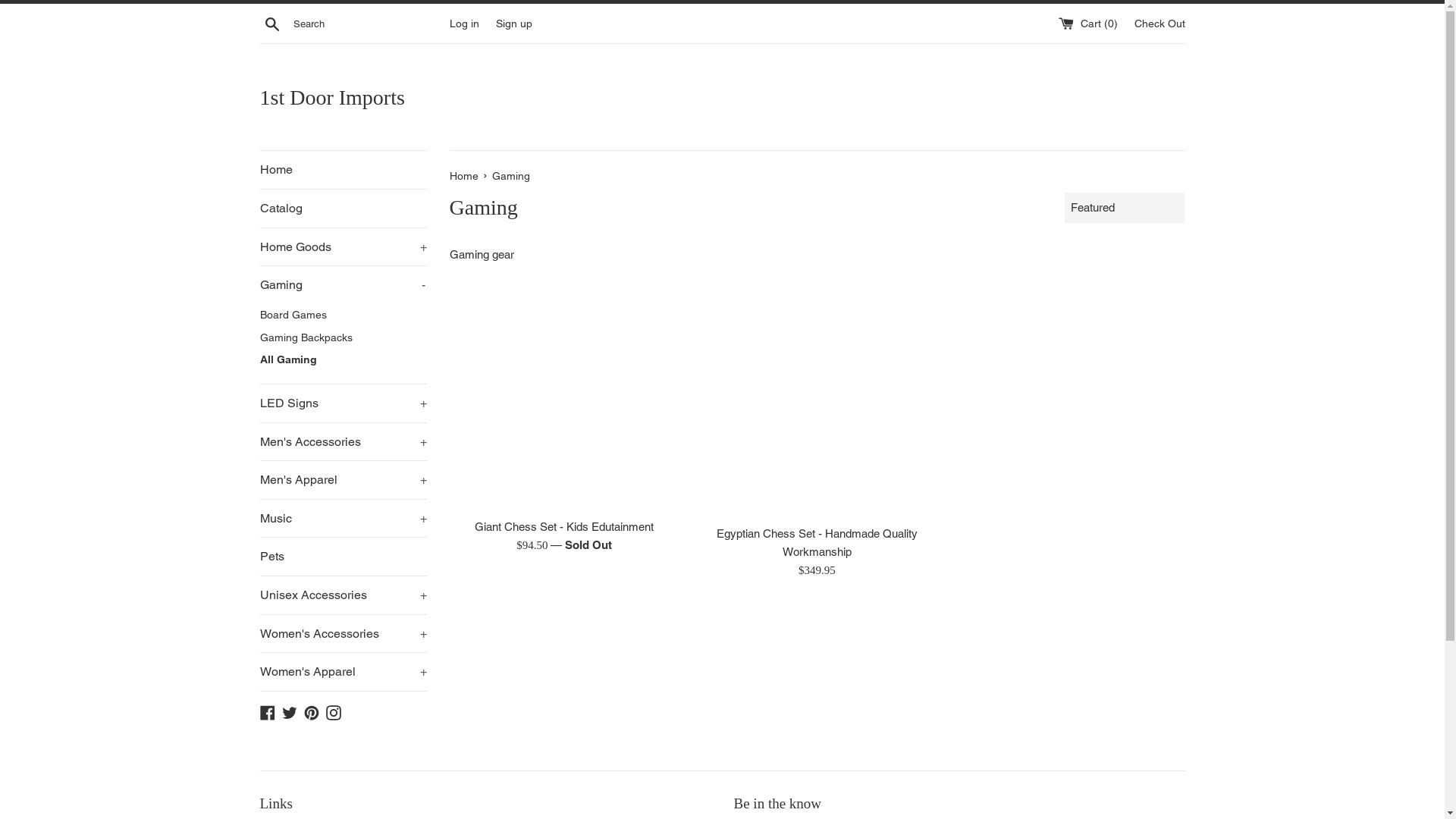  What do you see at coordinates (463, 23) in the screenshot?
I see `'Log in'` at bounding box center [463, 23].